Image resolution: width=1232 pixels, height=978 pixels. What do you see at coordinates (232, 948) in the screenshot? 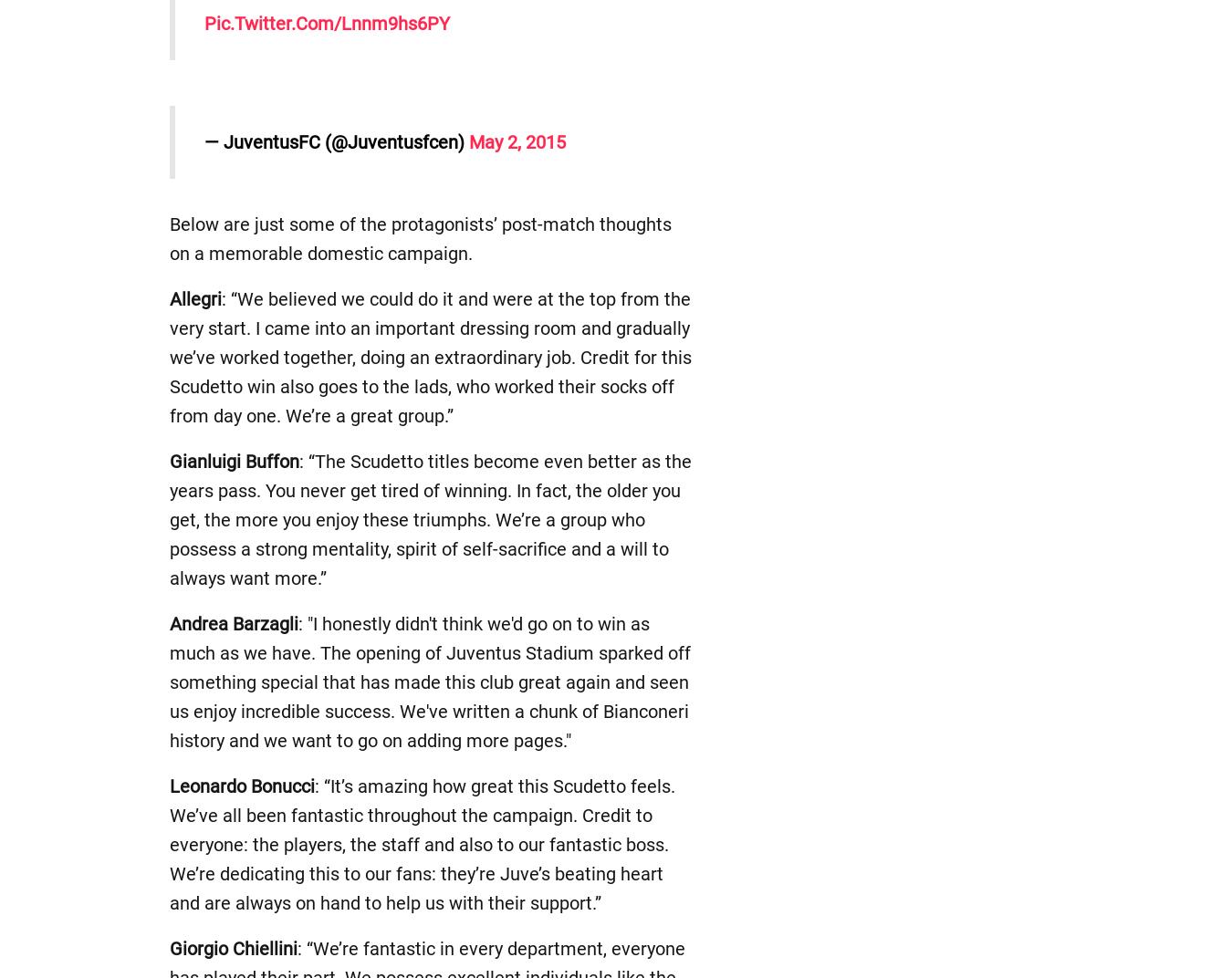
I see `'Giorgio Chiellini'` at bounding box center [232, 948].